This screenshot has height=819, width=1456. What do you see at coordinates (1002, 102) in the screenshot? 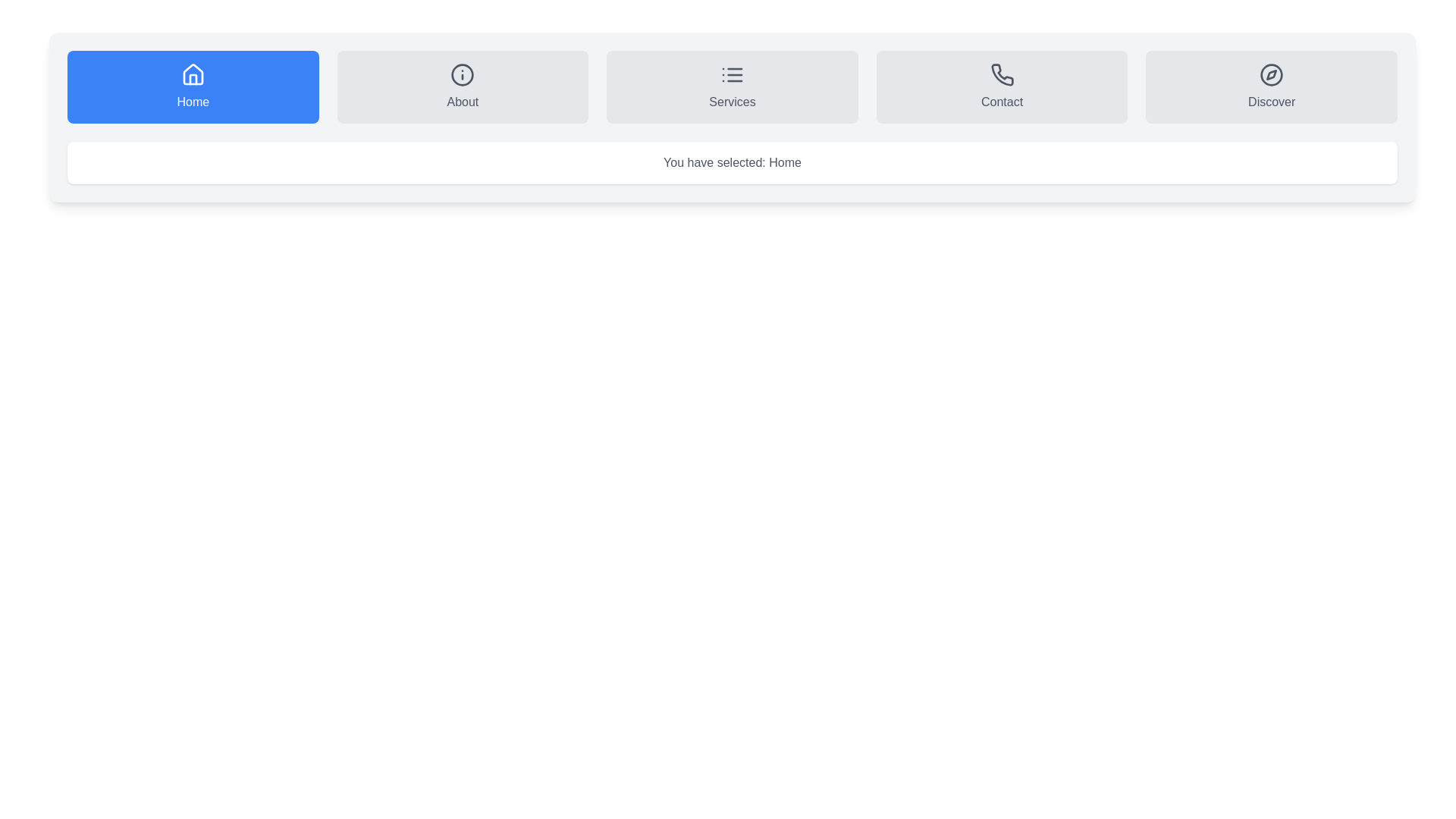
I see `the static text label that indicates the 'Contact' button, located beneath the telephone receiver icon in the navigation panel` at bounding box center [1002, 102].